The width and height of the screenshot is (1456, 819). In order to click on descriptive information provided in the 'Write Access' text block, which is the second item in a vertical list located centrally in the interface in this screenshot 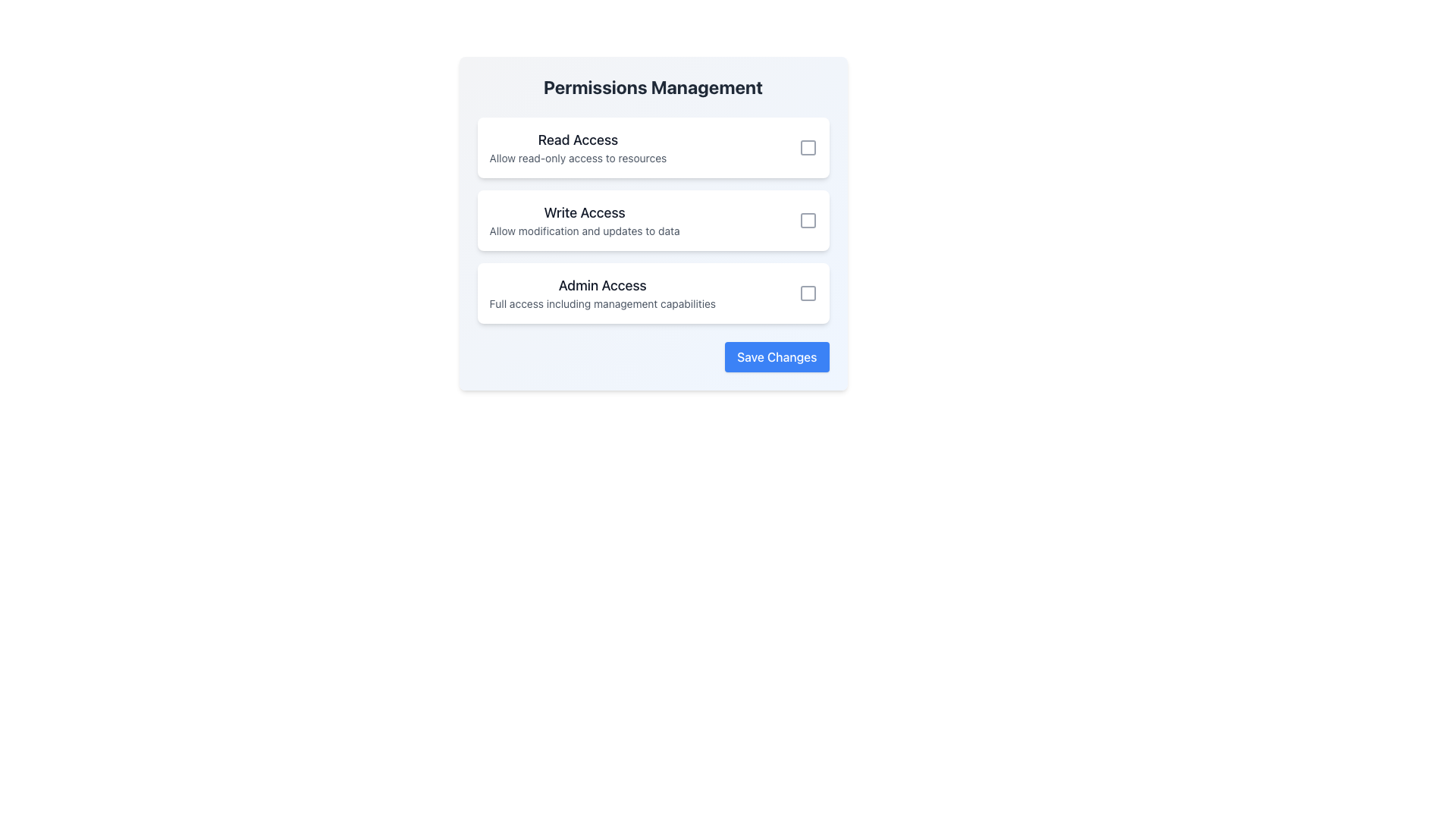, I will do `click(584, 220)`.